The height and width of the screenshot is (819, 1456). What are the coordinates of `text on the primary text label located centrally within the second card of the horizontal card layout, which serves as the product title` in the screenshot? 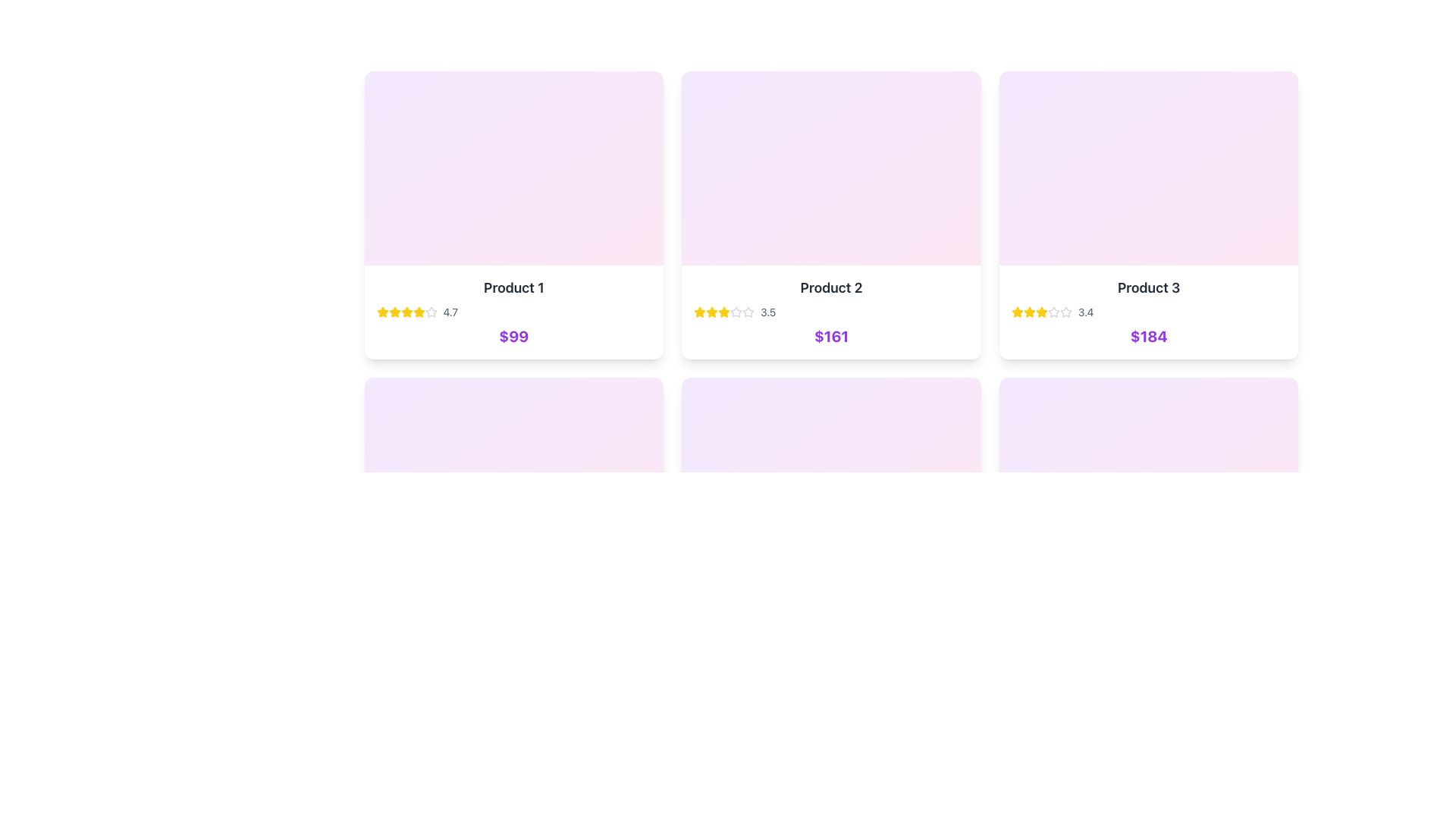 It's located at (830, 288).